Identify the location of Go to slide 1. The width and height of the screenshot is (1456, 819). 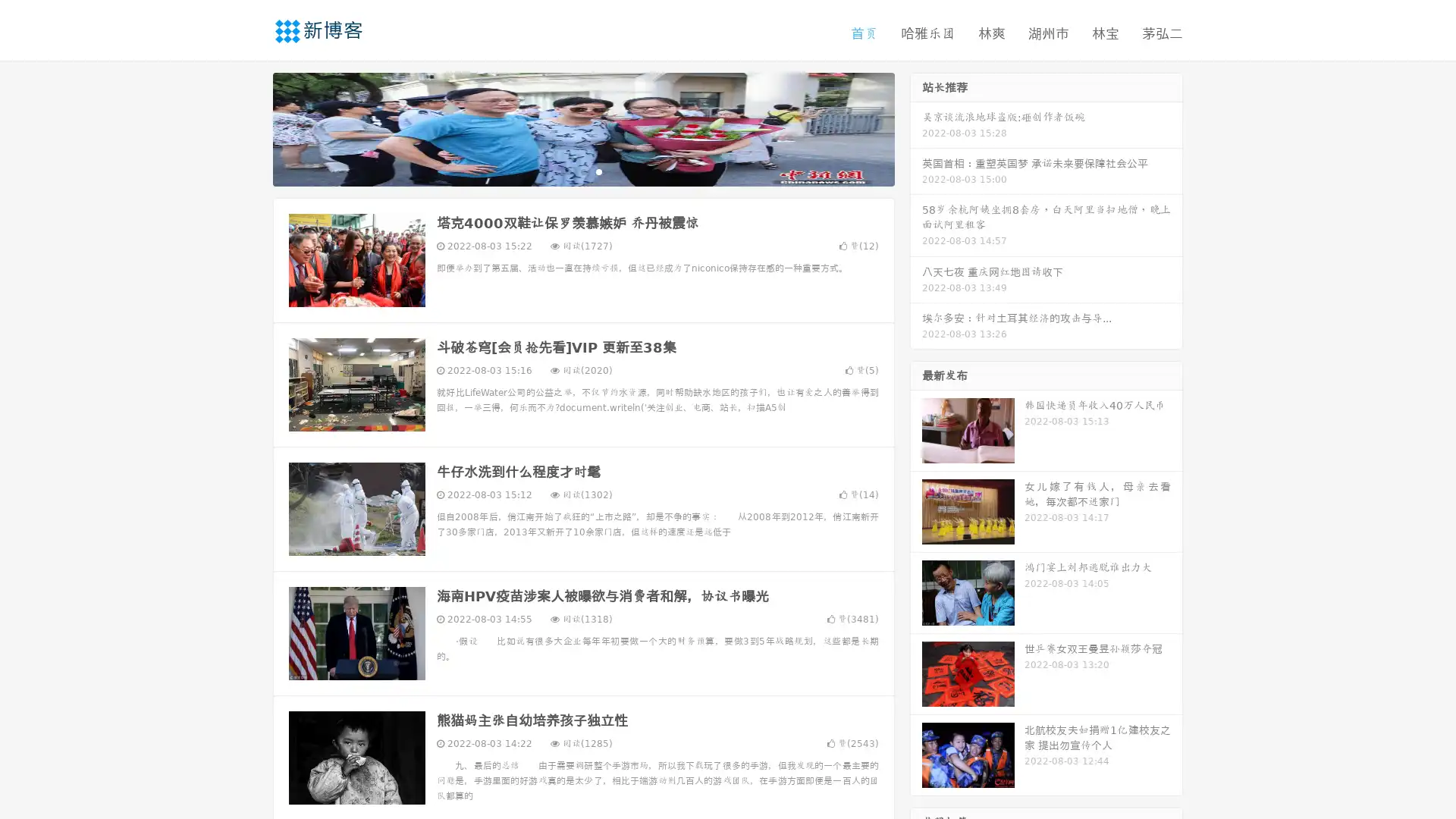
(567, 171).